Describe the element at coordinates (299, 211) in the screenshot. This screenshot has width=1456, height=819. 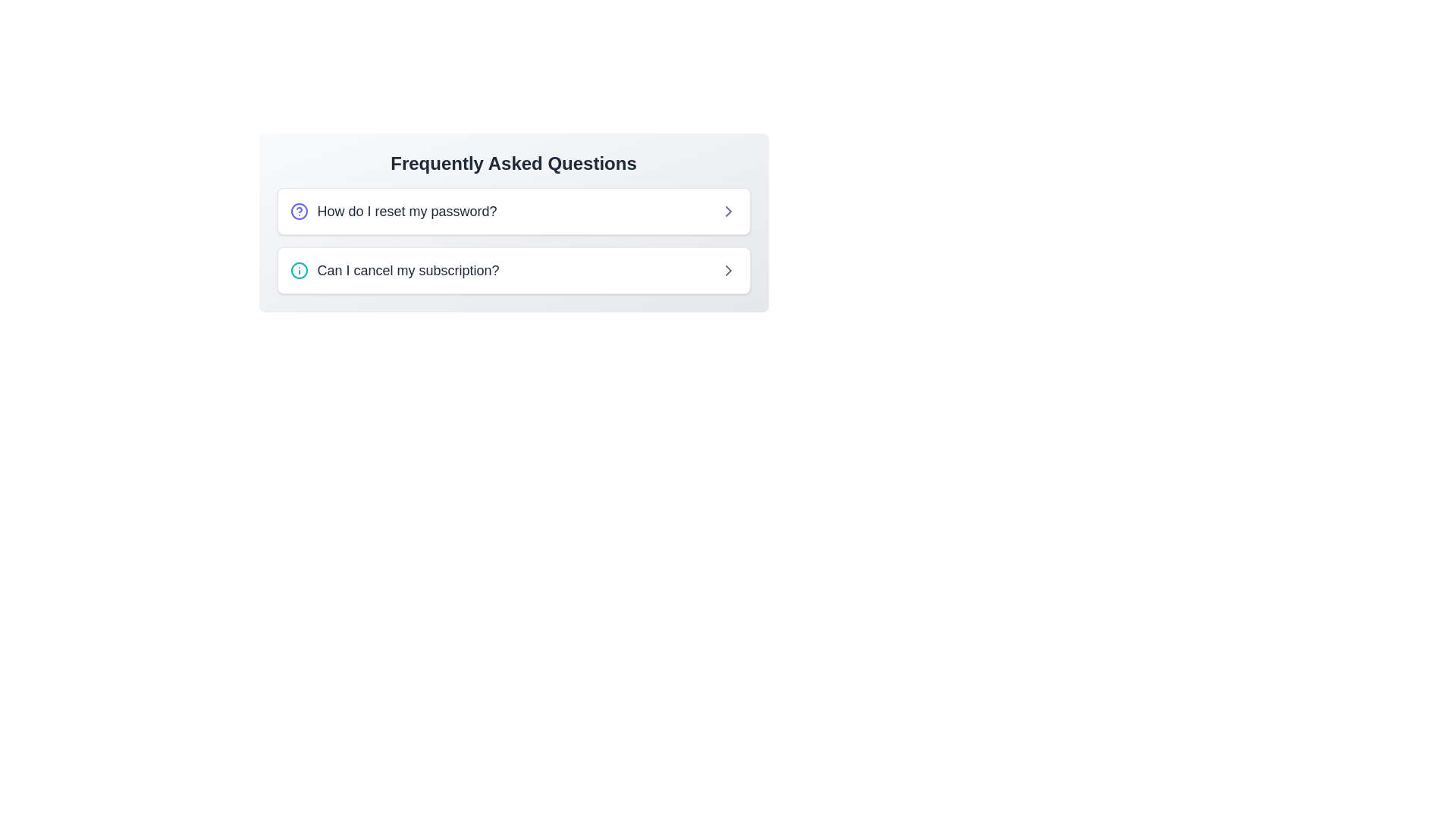
I see `the circular indigo icon with a question mark that precedes the 'How do I reset my password?' text in the frequently asked questions section` at that location.